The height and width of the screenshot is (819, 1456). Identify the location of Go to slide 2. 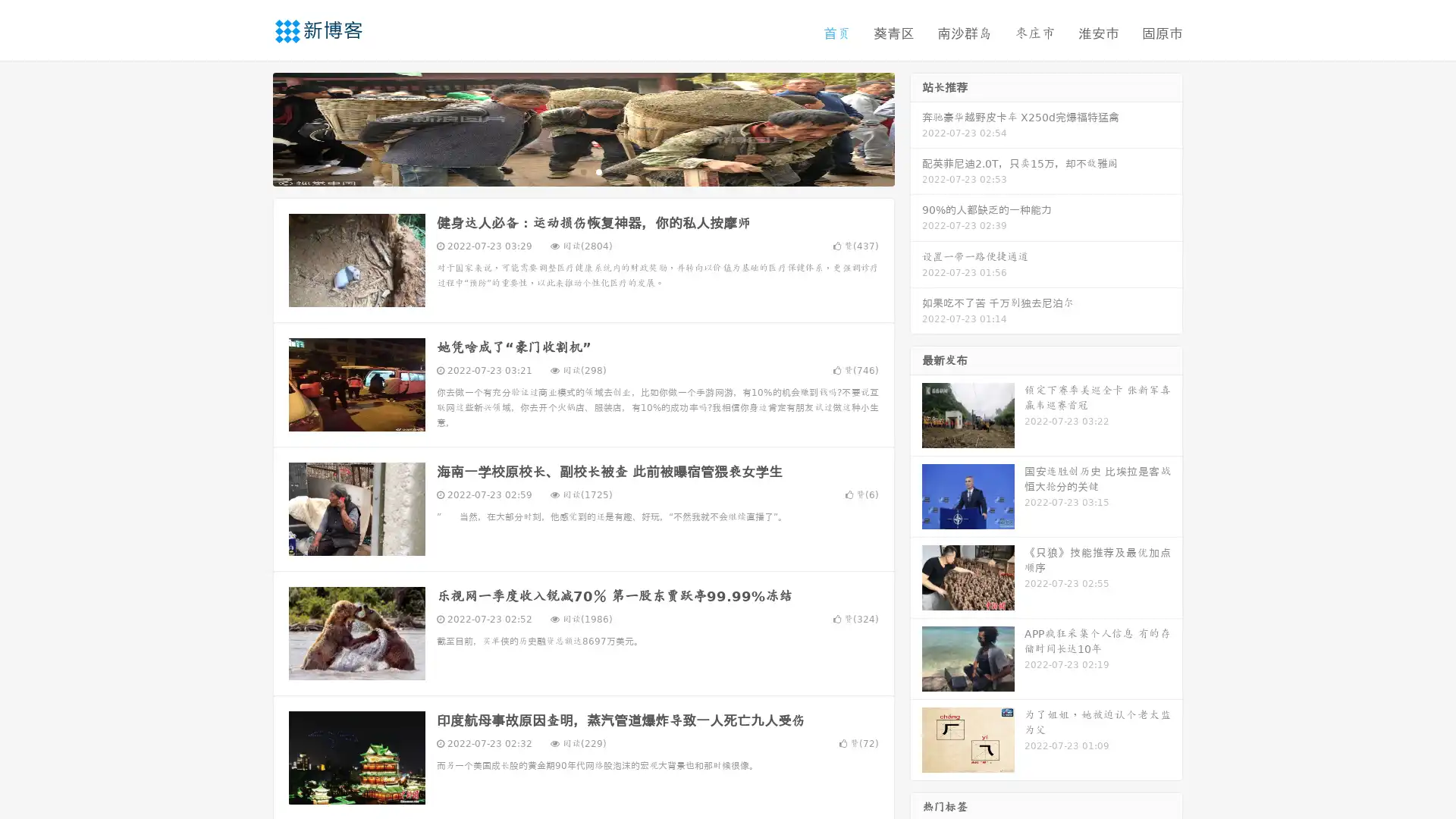
(582, 171).